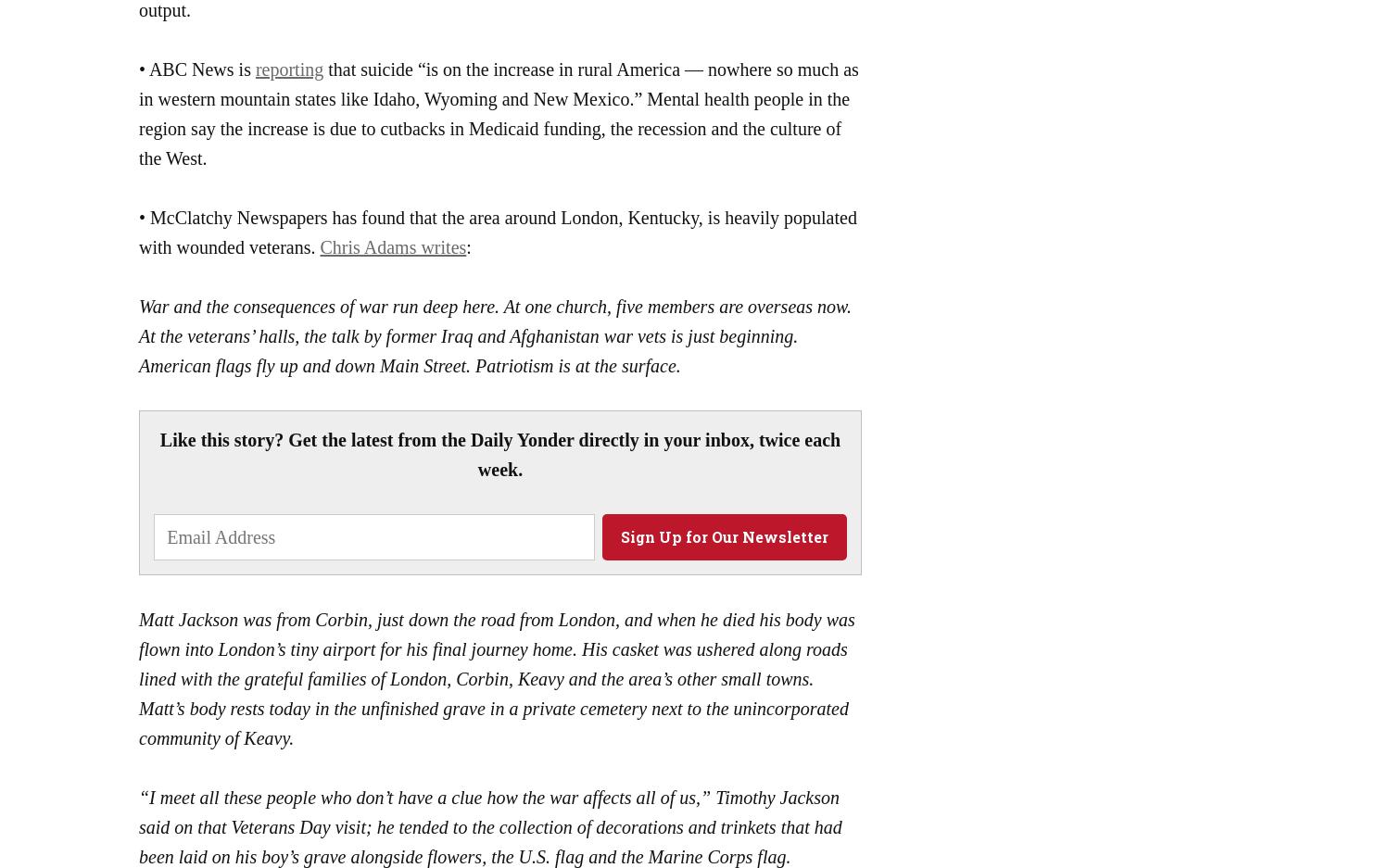 The height and width of the screenshot is (868, 1390). I want to click on '• McClatchy Newspapers has found that the area around London, Kentucky, is heavily populated with wounded veterans.', so click(139, 230).